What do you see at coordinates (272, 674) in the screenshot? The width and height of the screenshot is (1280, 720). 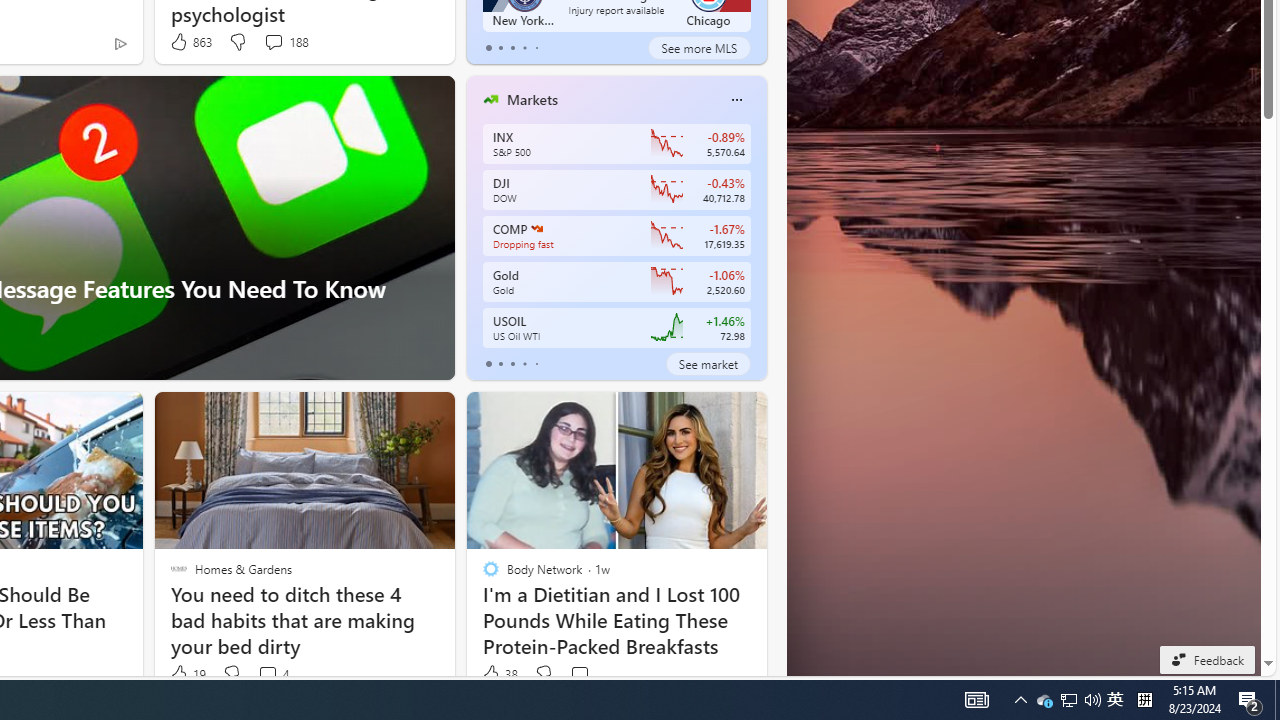 I see `'View comments 4 Comment'` at bounding box center [272, 674].